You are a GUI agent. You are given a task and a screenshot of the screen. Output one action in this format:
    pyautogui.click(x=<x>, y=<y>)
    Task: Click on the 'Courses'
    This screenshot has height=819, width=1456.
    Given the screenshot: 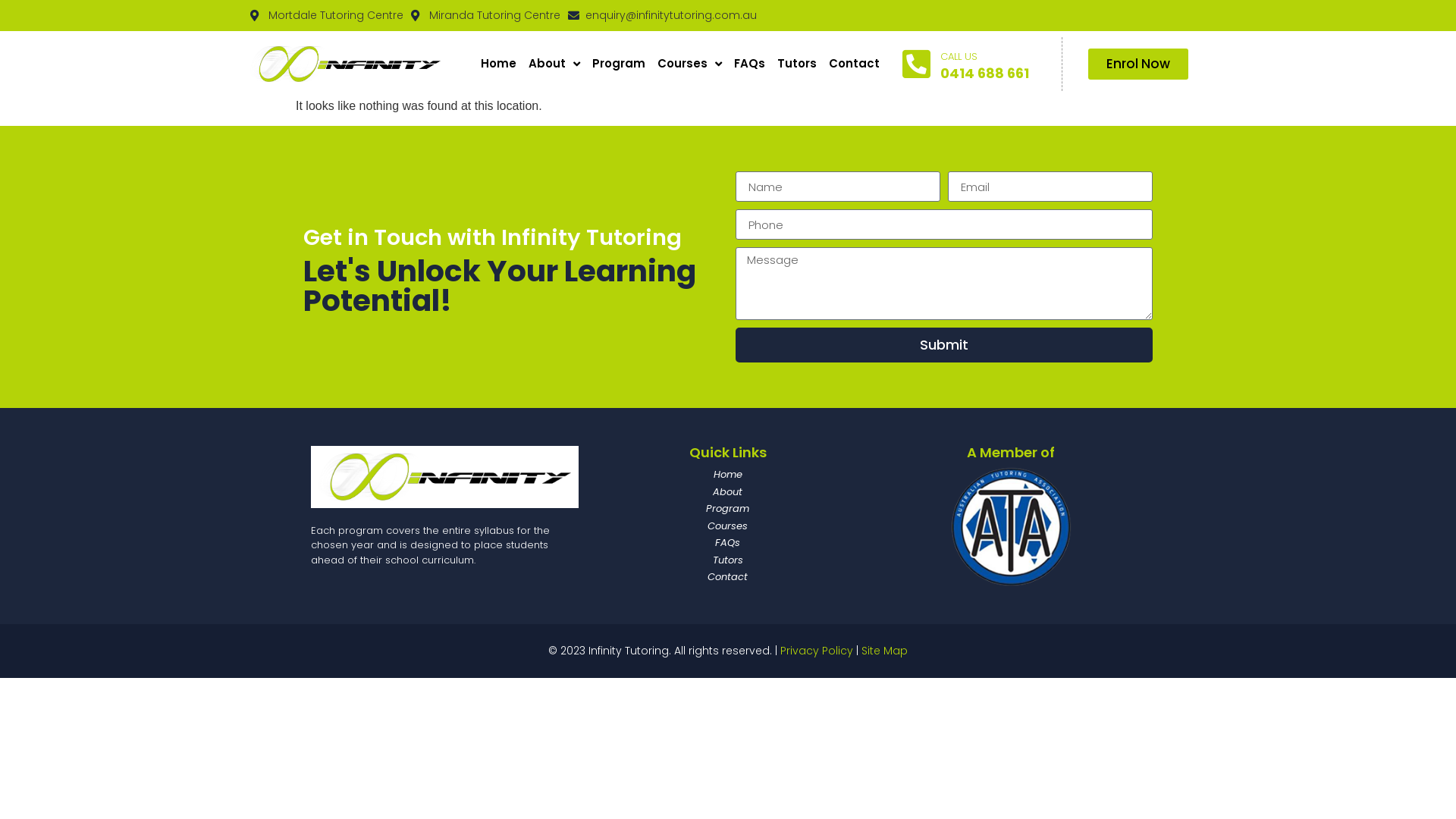 What is the action you would take?
    pyautogui.click(x=651, y=63)
    